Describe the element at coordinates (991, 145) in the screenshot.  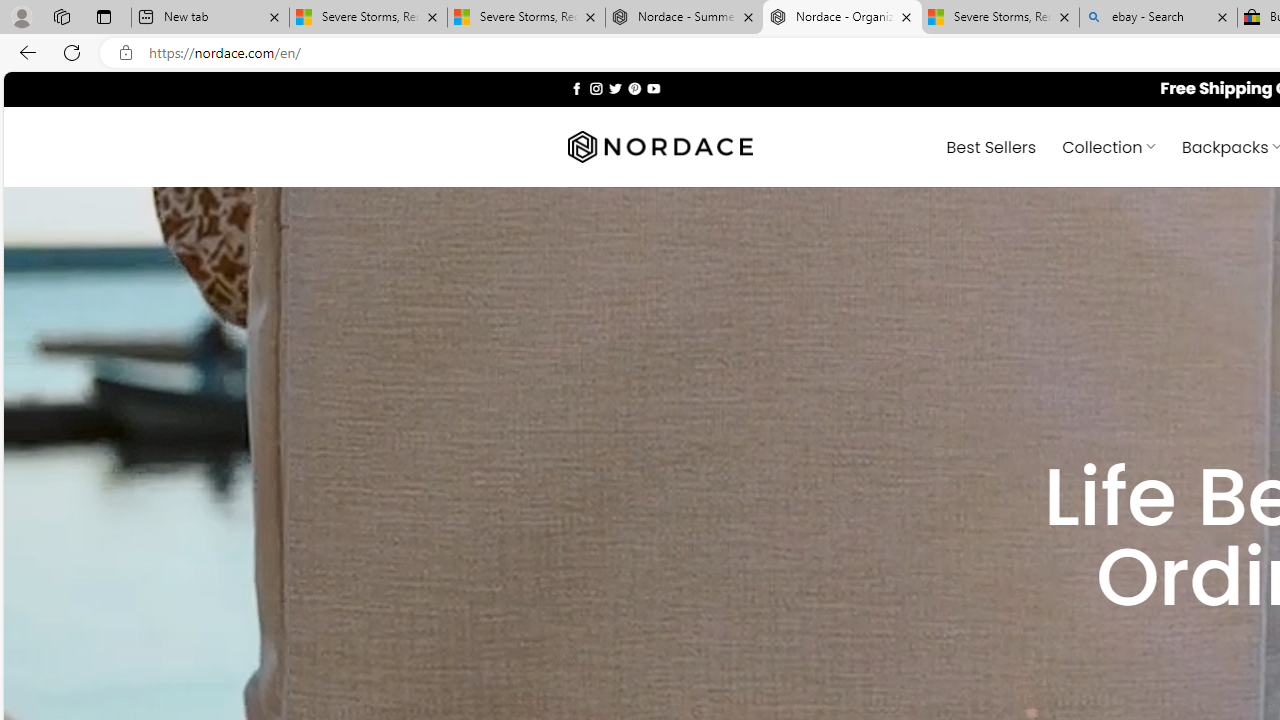
I see `' Best Sellers'` at that location.